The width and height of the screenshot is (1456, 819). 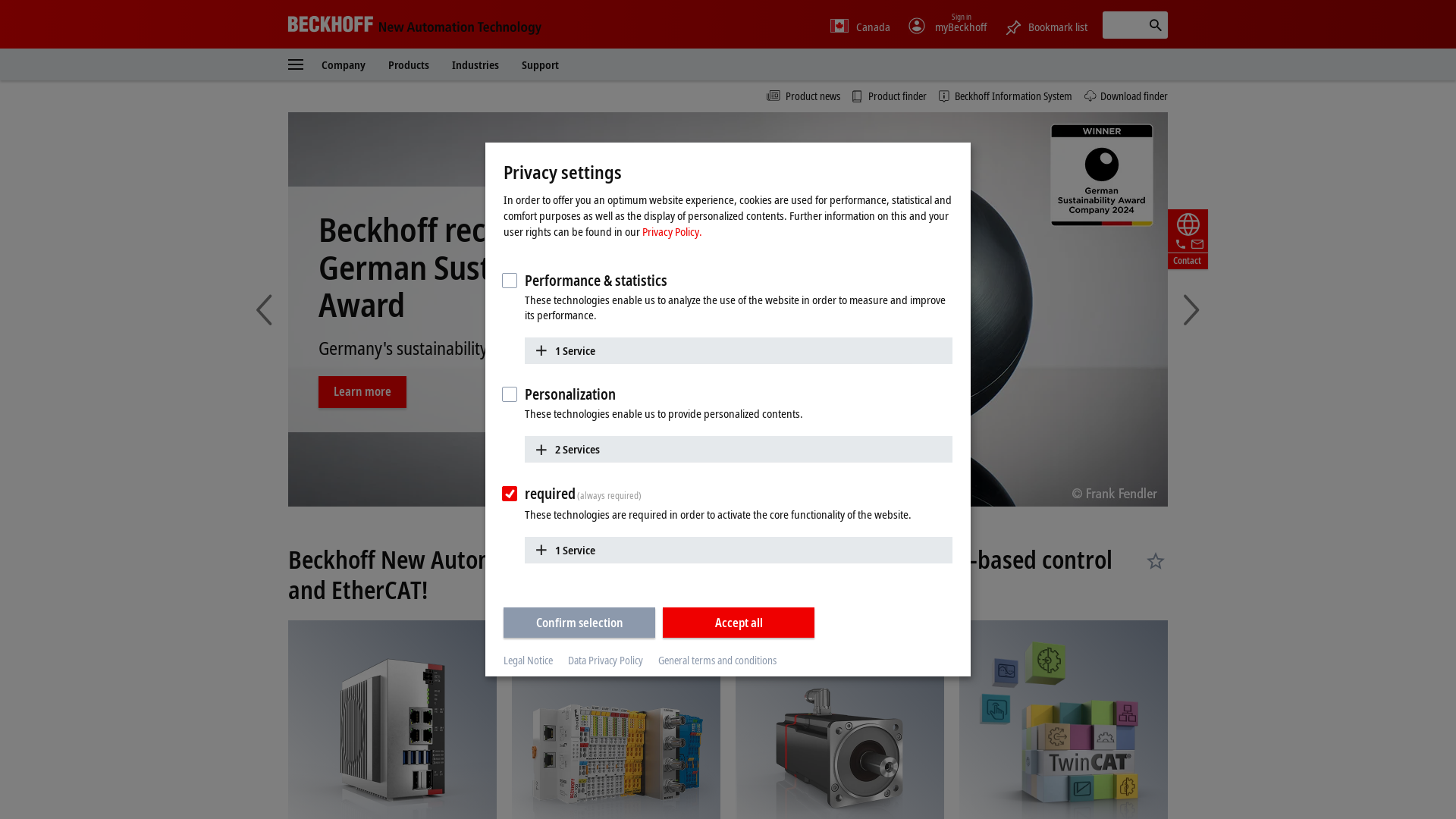 What do you see at coordinates (528, 659) in the screenshot?
I see `'Legal Notice'` at bounding box center [528, 659].